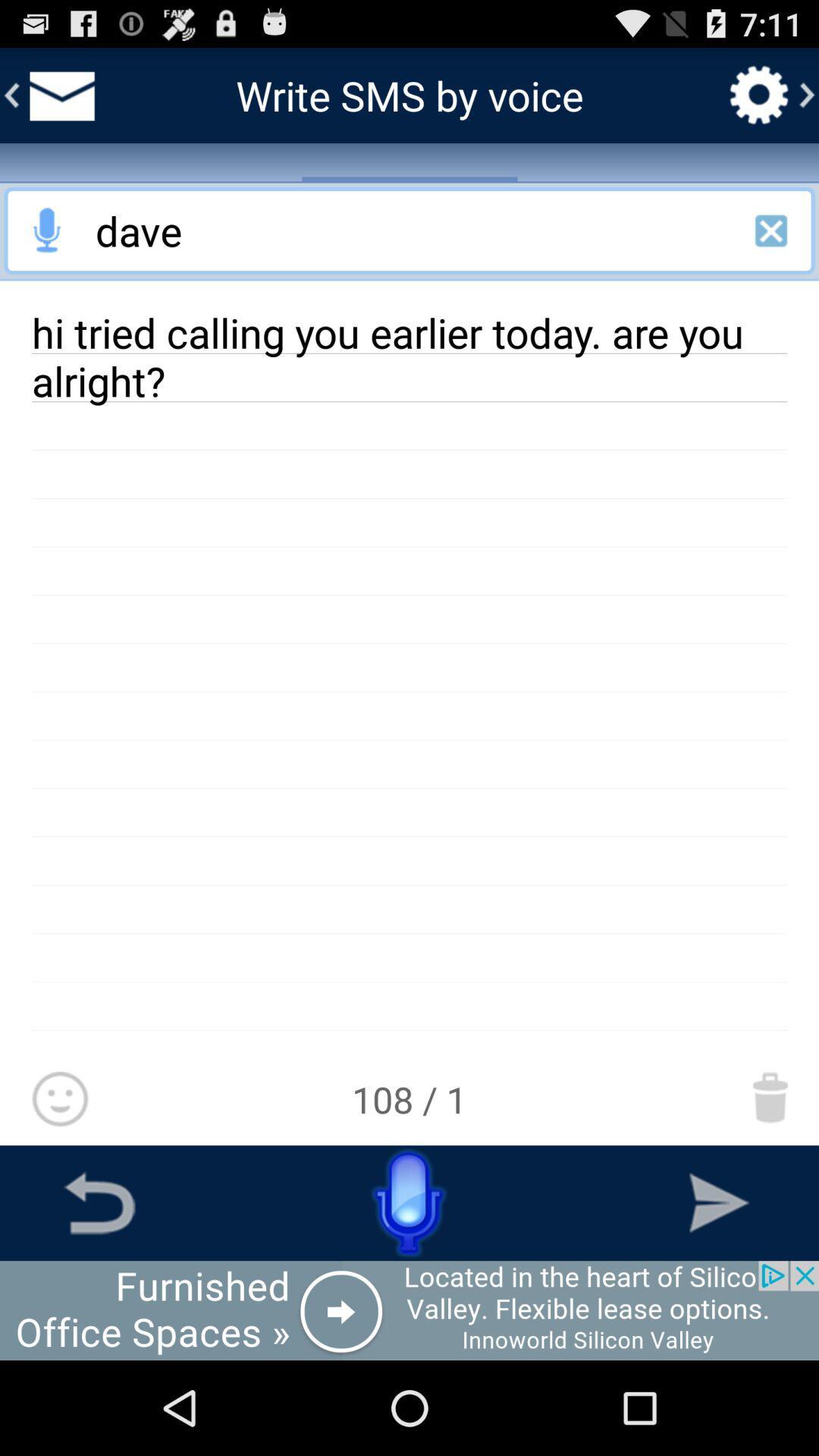 The image size is (819, 1456). What do you see at coordinates (58, 94) in the screenshot?
I see `go back` at bounding box center [58, 94].